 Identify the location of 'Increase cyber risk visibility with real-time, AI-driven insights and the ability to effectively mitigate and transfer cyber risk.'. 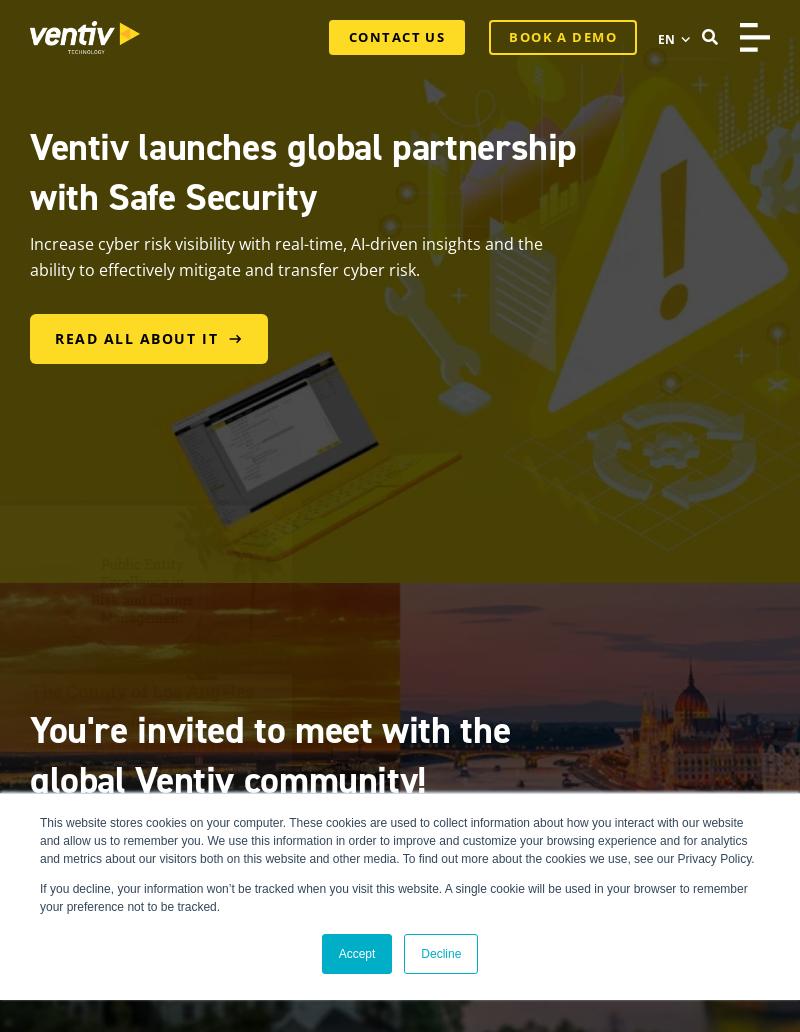
(286, 255).